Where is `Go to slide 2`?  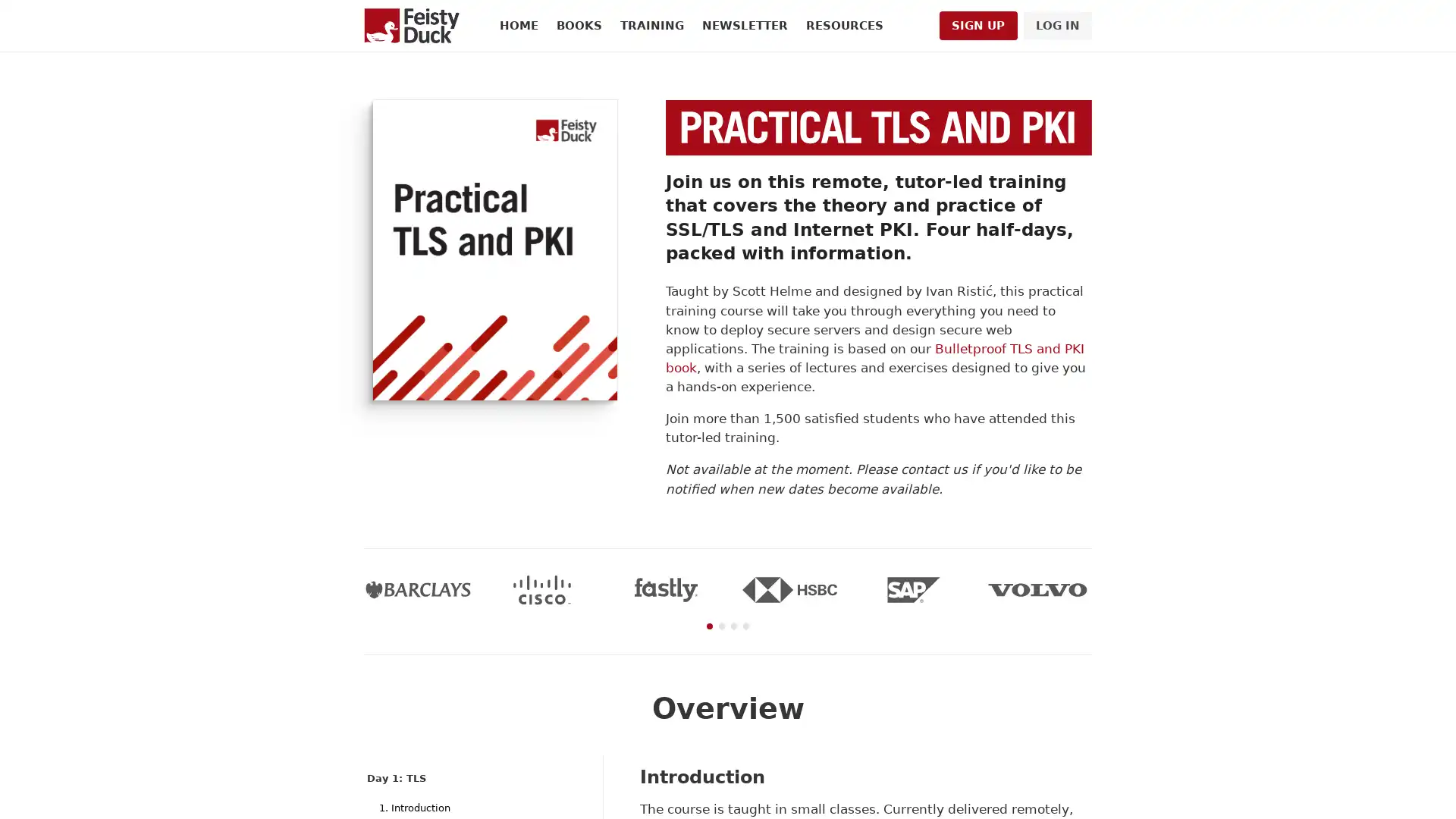
Go to slide 2 is located at coordinates (720, 626).